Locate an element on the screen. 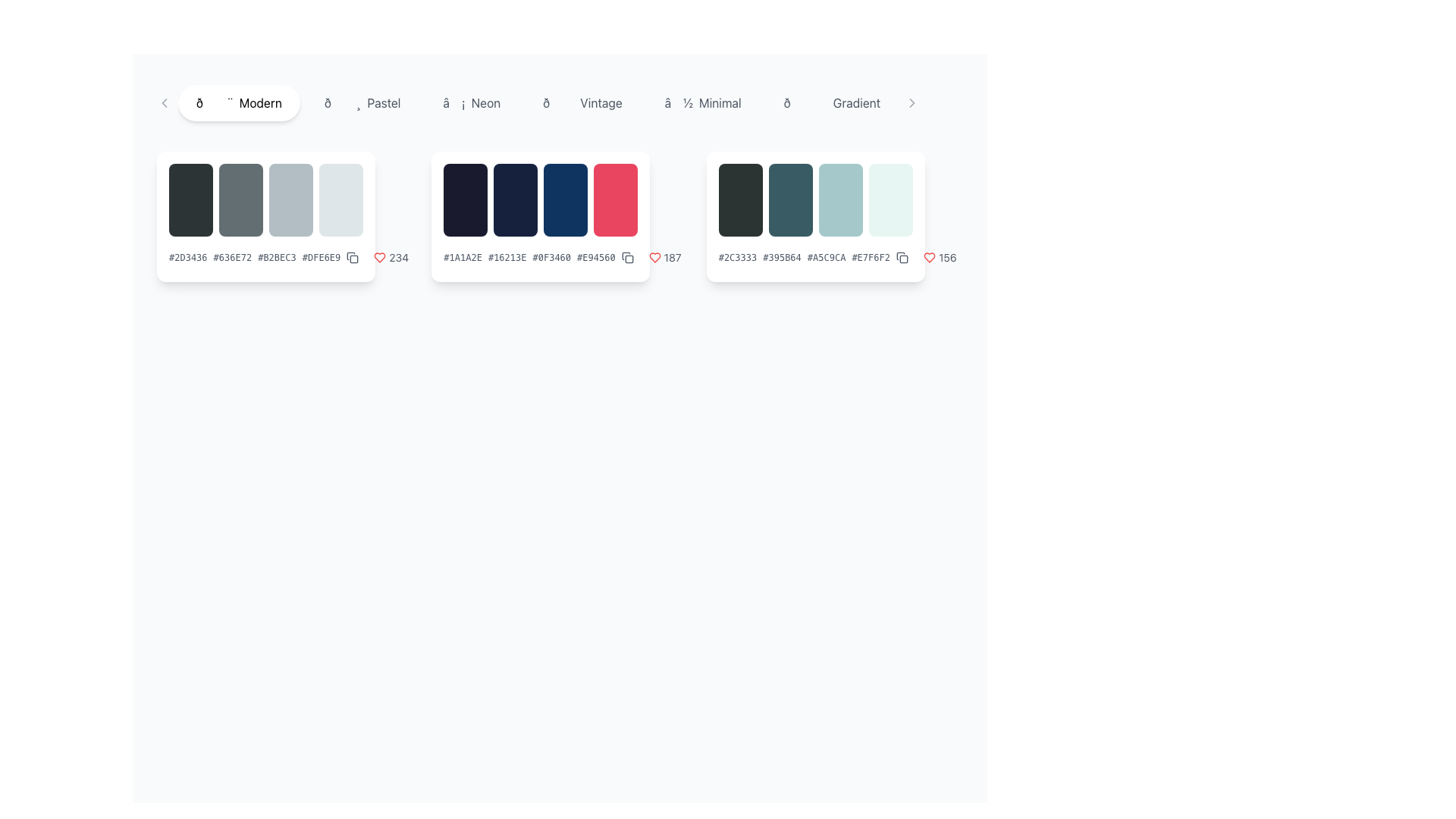  the text content of the Text label displaying '#0F3460', which is the third item in a row of hexadecimal color codes within a color palette card is located at coordinates (551, 256).